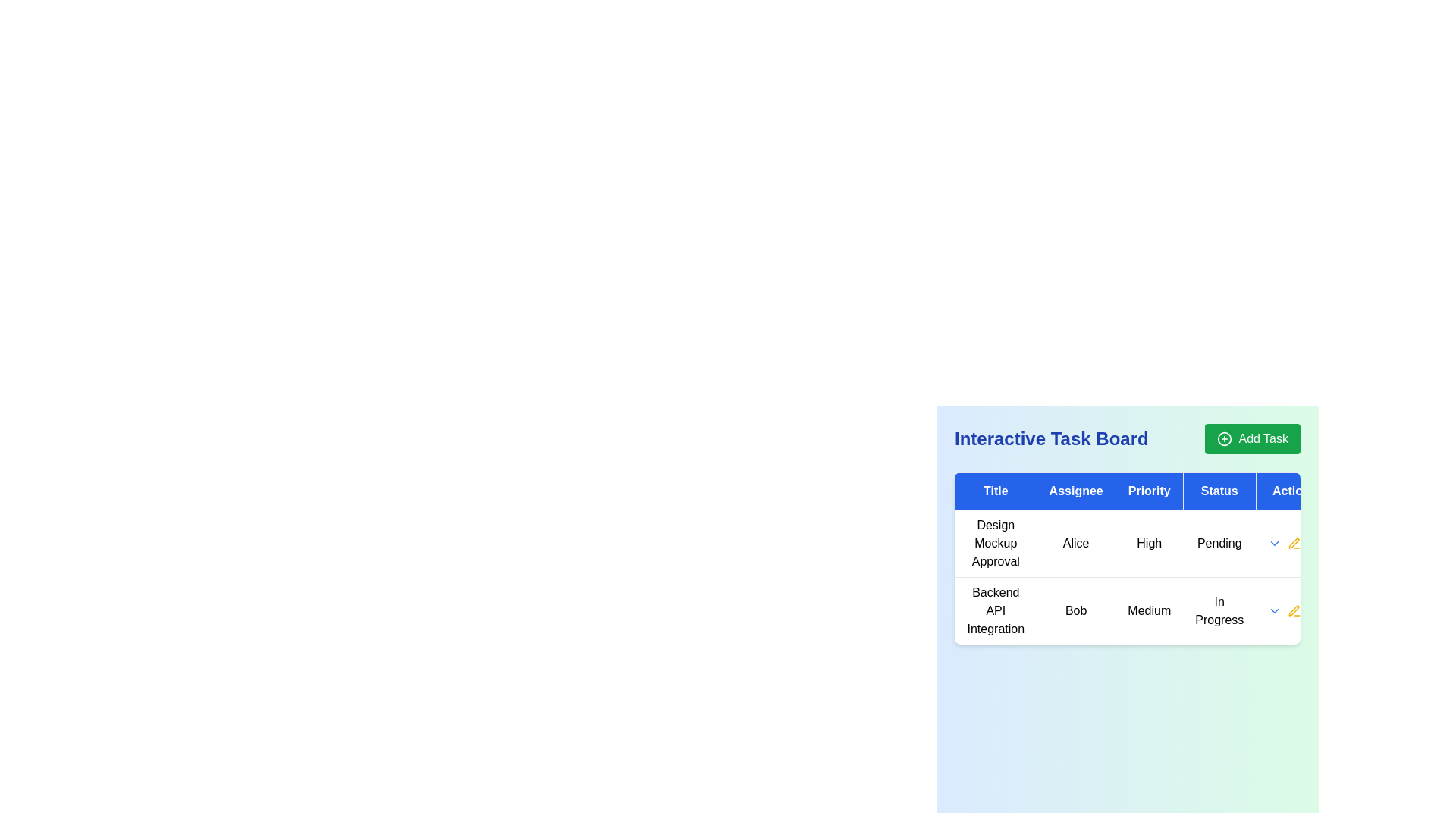 Image resolution: width=1456 pixels, height=819 pixels. What do you see at coordinates (1294, 543) in the screenshot?
I see `the yellow pencil icon located in the Action column of the data table` at bounding box center [1294, 543].